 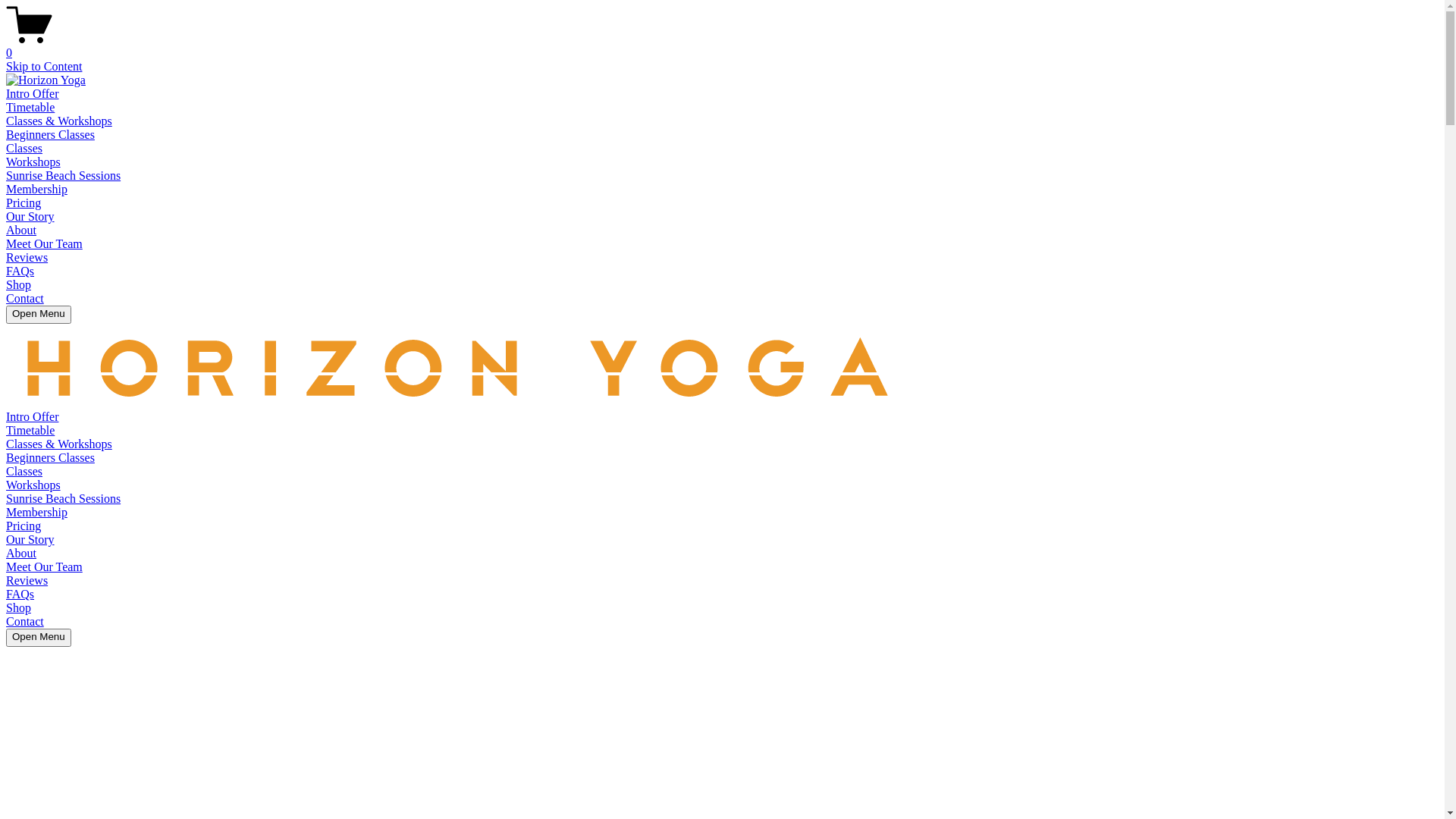 I want to click on 'Timetable', so click(x=30, y=106).